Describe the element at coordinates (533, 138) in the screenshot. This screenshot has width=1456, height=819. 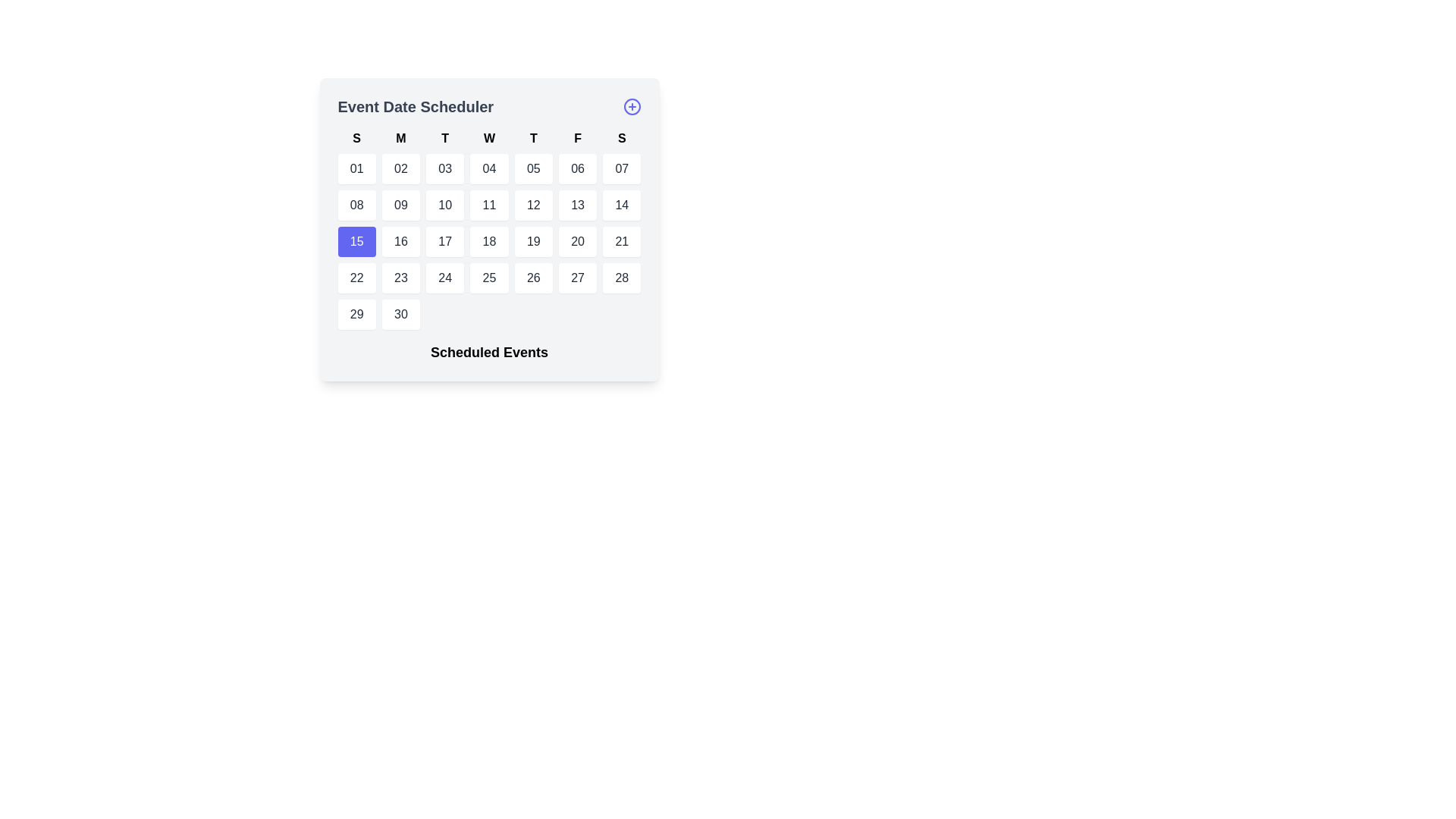
I see `the 'Thursday' label in the calendar header of the 'Event Date Scheduler' interface` at that location.